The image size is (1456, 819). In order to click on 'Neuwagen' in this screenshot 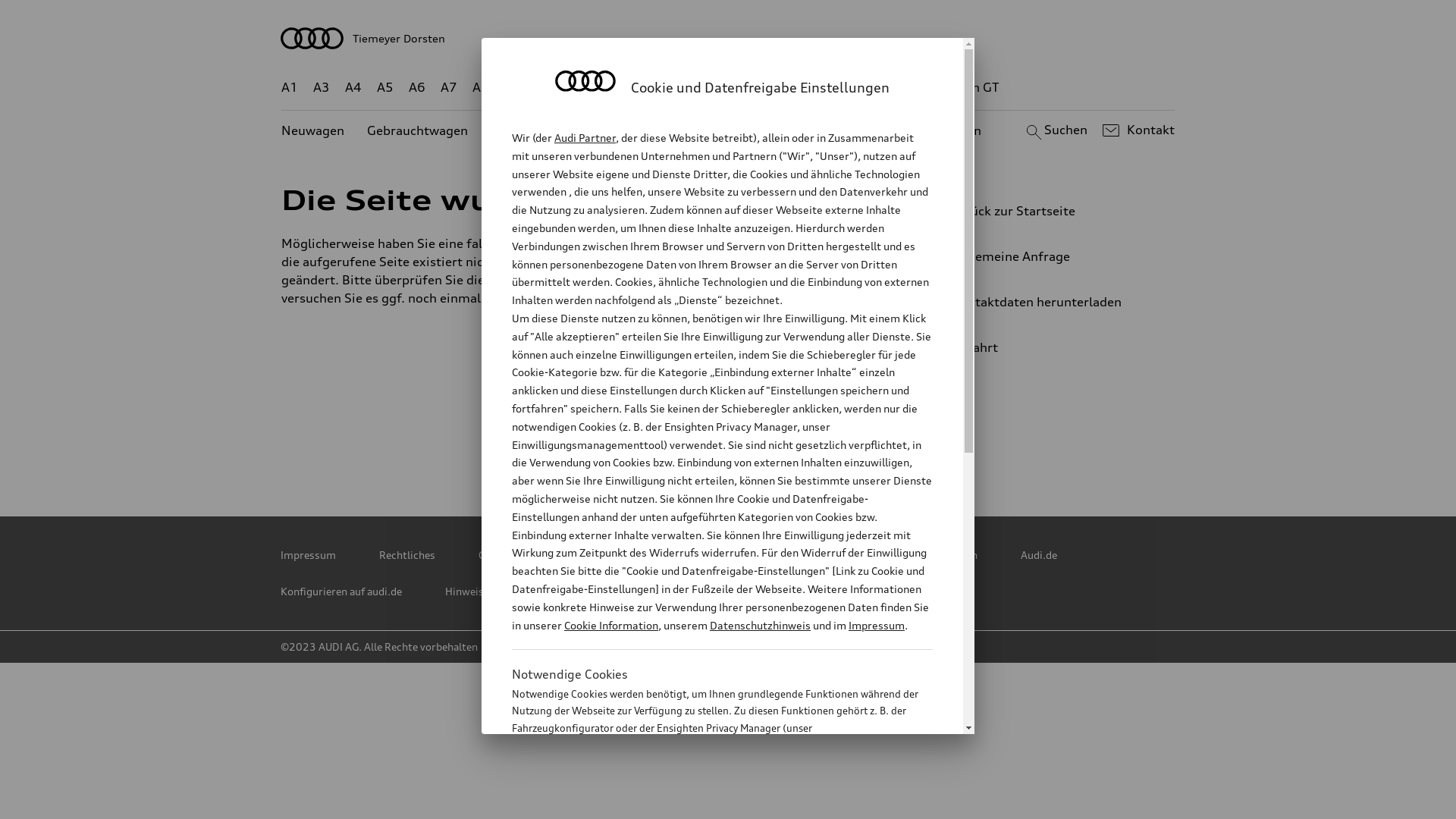, I will do `click(312, 130)`.